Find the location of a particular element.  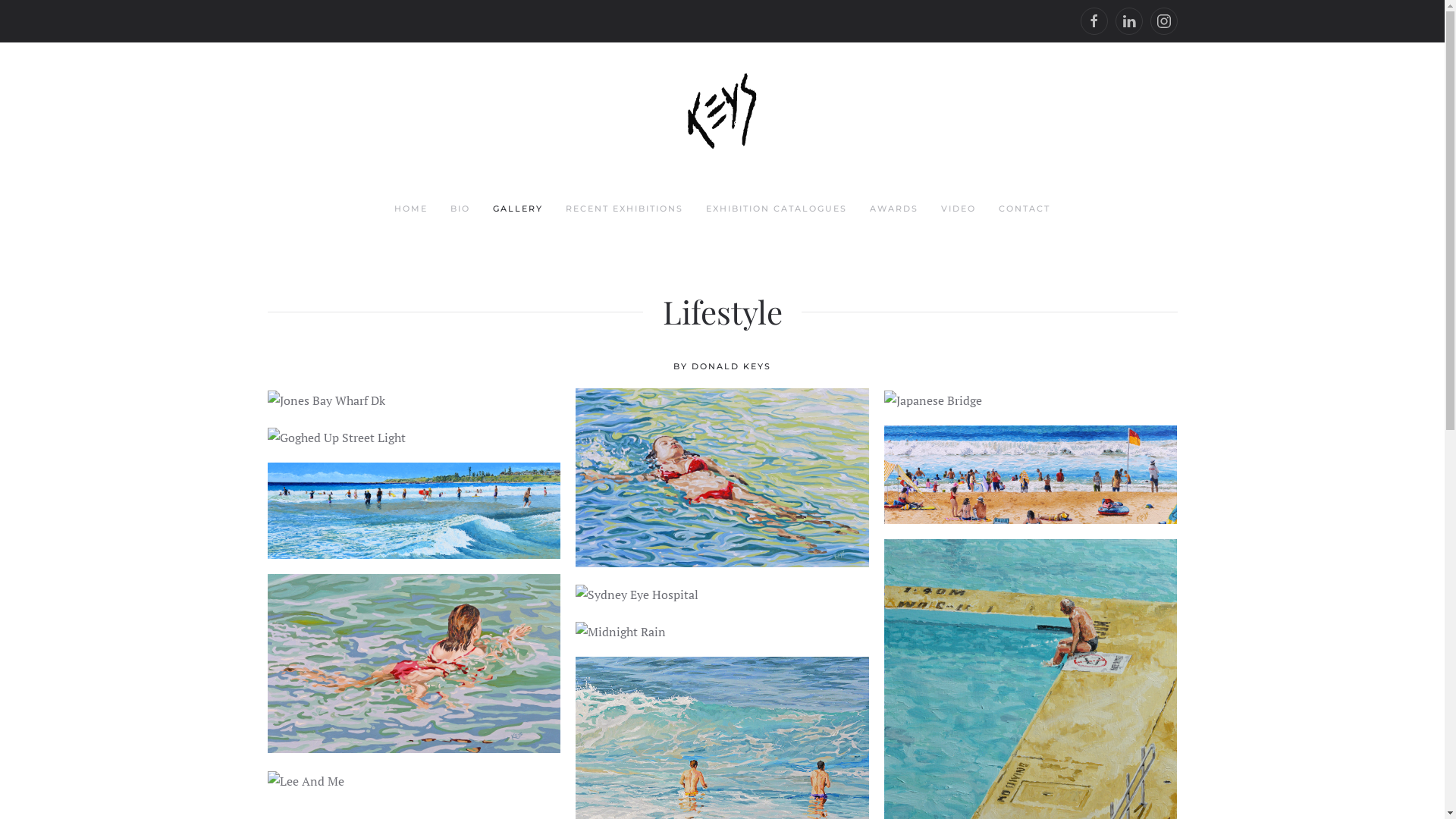

'CONTACT' is located at coordinates (1024, 209).